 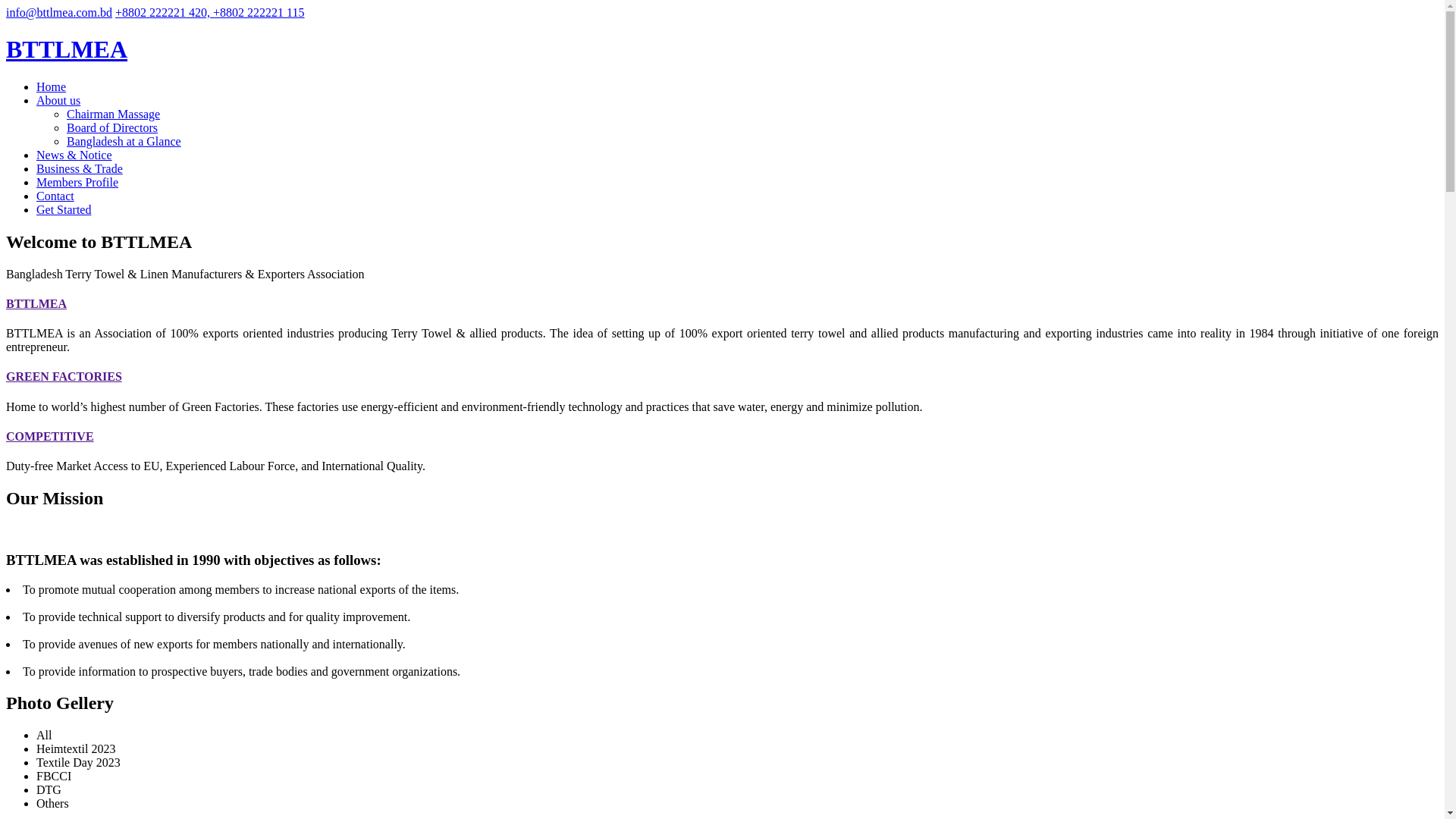 What do you see at coordinates (50, 436) in the screenshot?
I see `'COMPETITIVE'` at bounding box center [50, 436].